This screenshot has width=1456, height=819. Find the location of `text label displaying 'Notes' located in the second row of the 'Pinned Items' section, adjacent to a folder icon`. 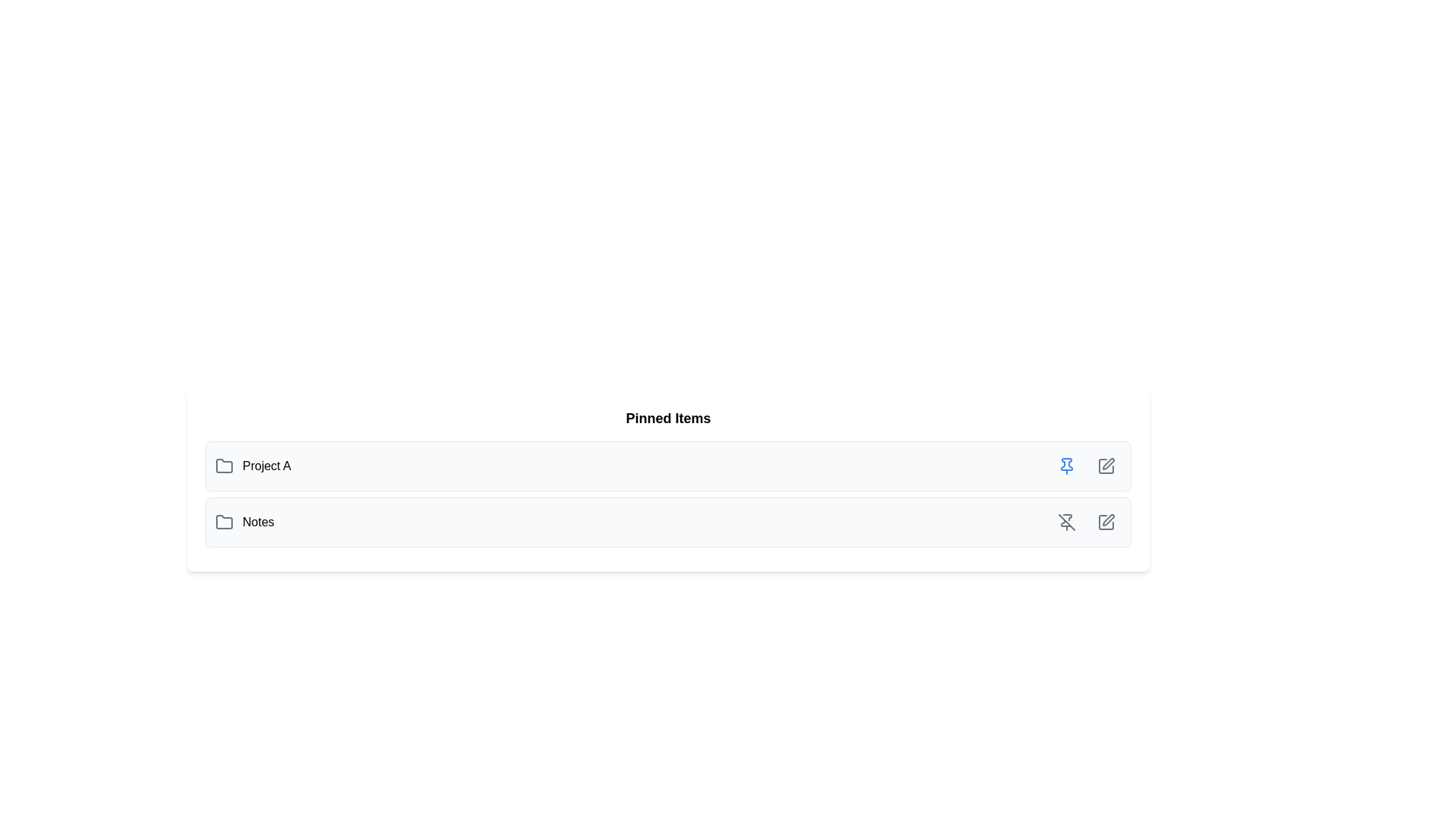

text label displaying 'Notes' located in the second row of the 'Pinned Items' section, adjacent to a folder icon is located at coordinates (258, 522).